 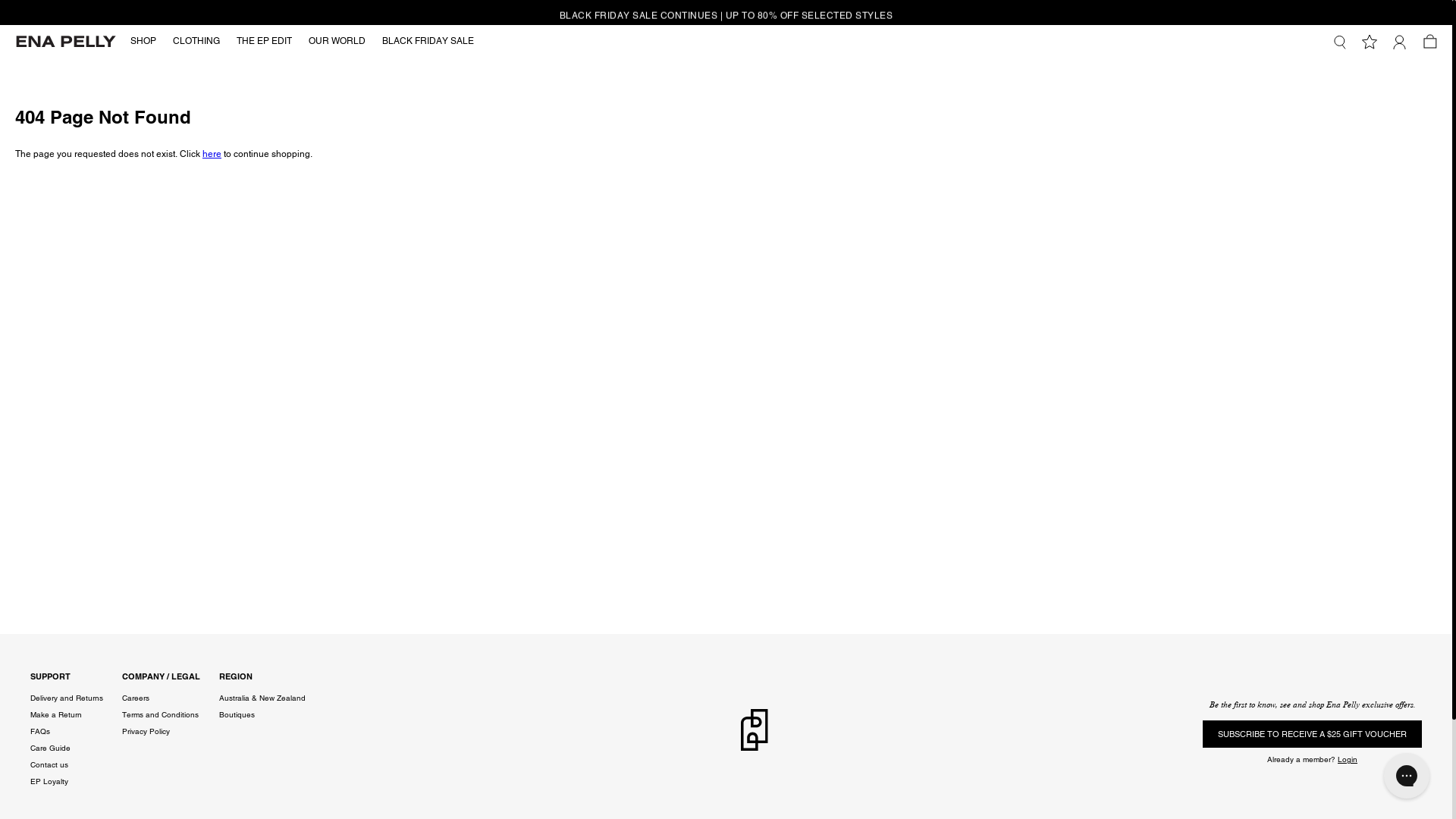 I want to click on 'Careers', so click(x=135, y=698).